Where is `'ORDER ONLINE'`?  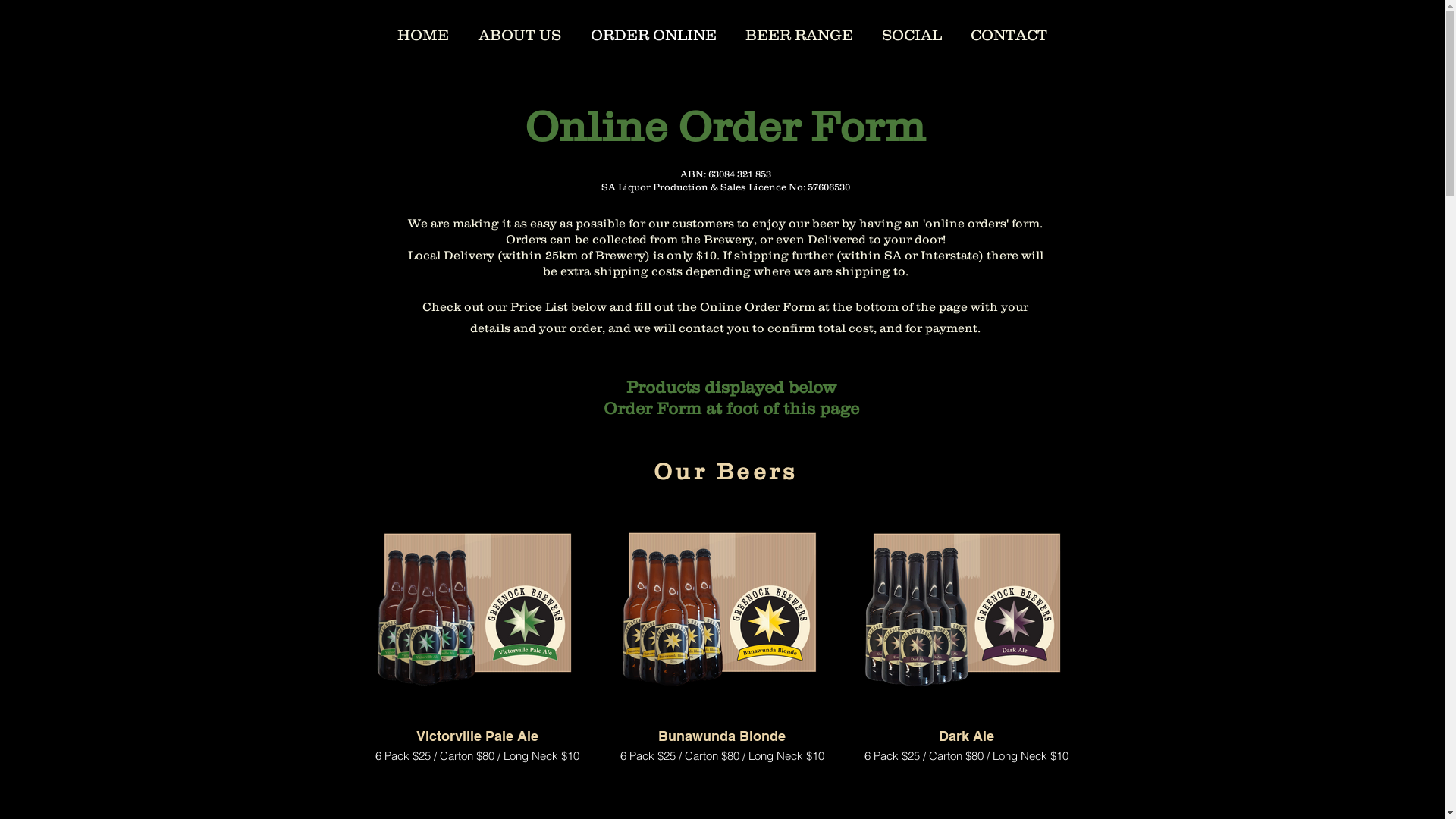 'ORDER ONLINE' is located at coordinates (575, 33).